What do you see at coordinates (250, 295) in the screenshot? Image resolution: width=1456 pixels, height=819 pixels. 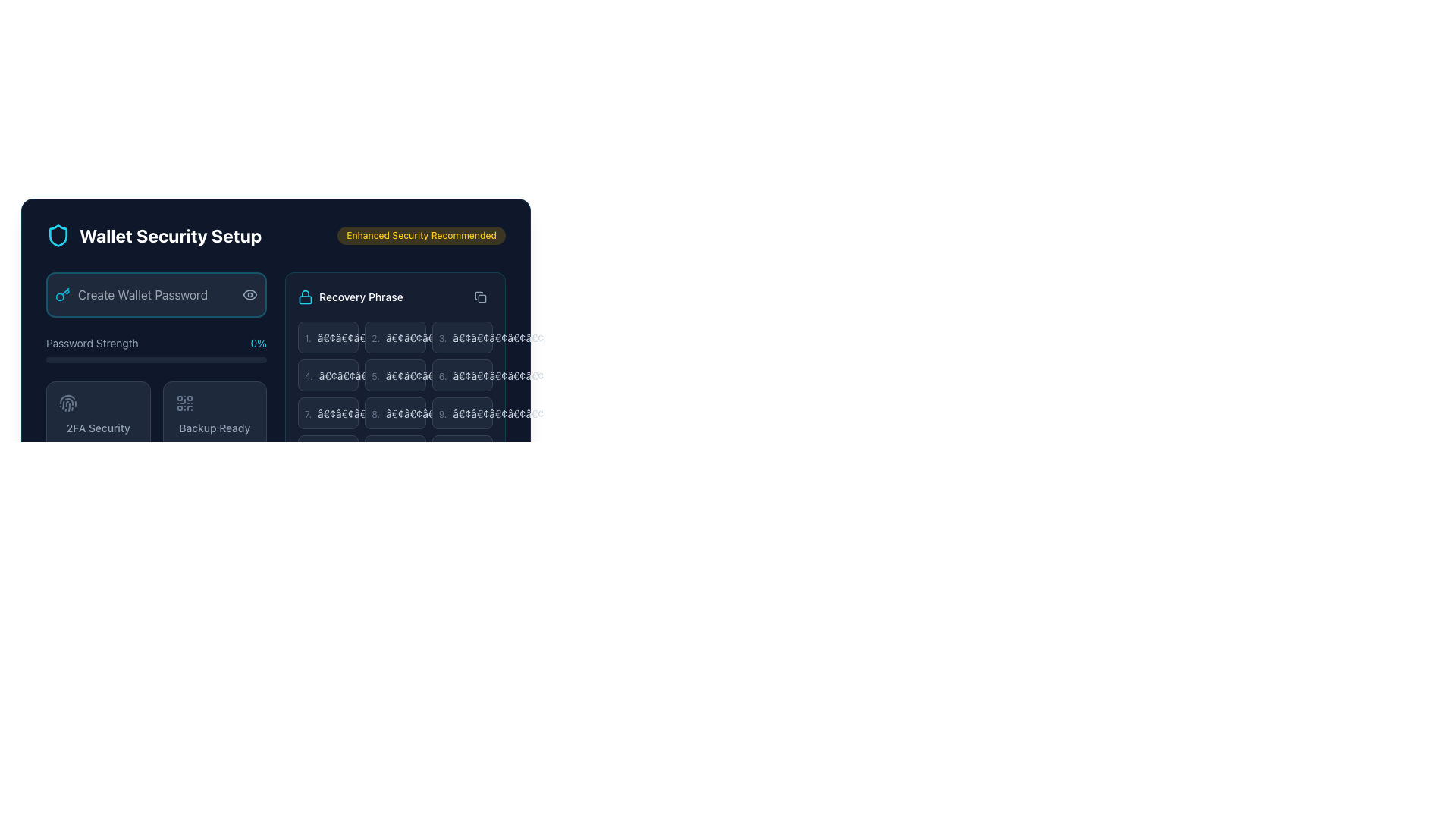 I see `the password visibility toggle icon located on the right-hand side of the 'Create Wallet Password' input field to trigger styling changes` at bounding box center [250, 295].